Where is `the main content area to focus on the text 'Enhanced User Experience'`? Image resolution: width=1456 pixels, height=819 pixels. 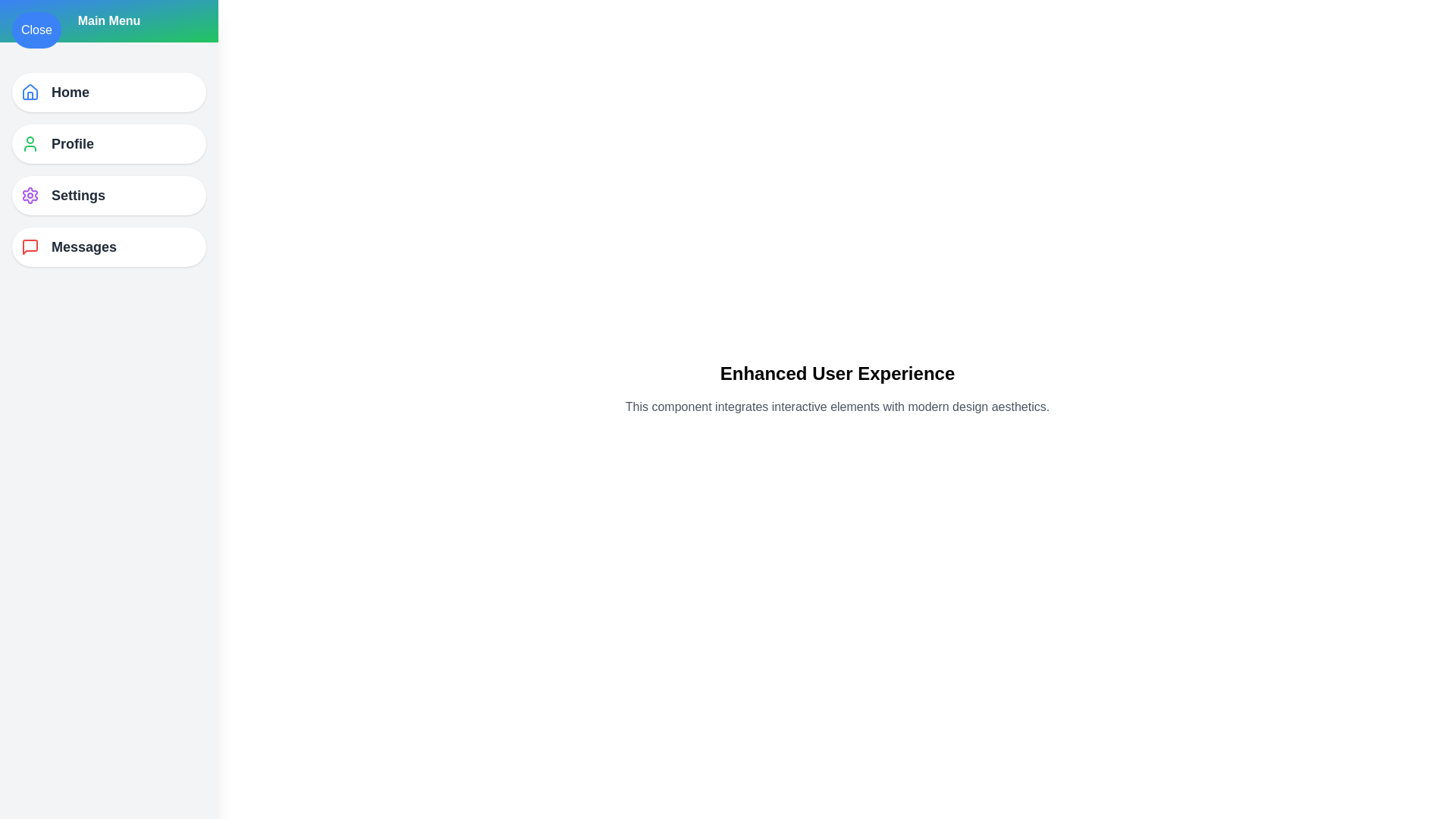
the main content area to focus on the text 'Enhanced User Experience' is located at coordinates (836, 374).